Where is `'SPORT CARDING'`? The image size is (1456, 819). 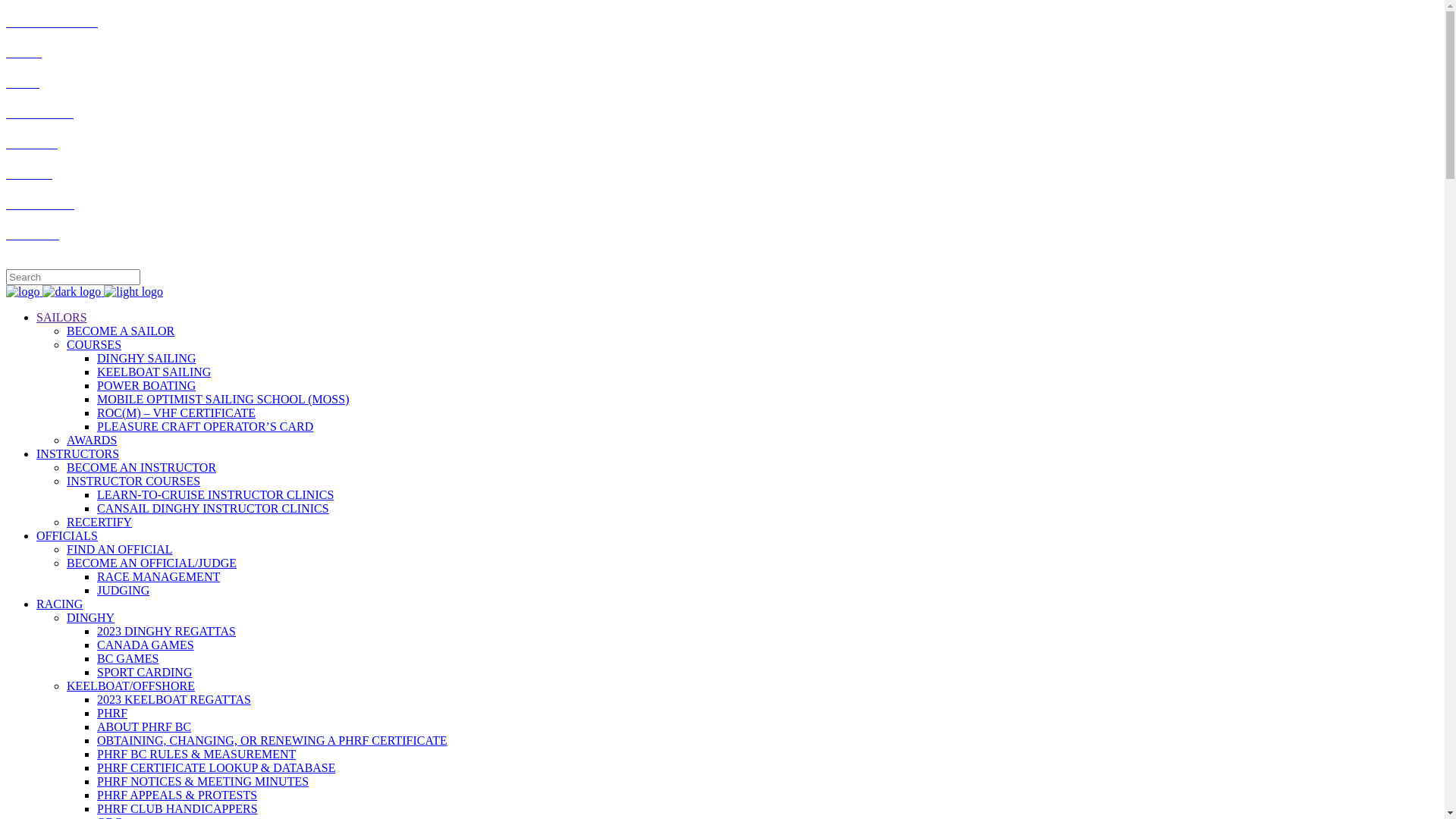 'SPORT CARDING' is located at coordinates (96, 671).